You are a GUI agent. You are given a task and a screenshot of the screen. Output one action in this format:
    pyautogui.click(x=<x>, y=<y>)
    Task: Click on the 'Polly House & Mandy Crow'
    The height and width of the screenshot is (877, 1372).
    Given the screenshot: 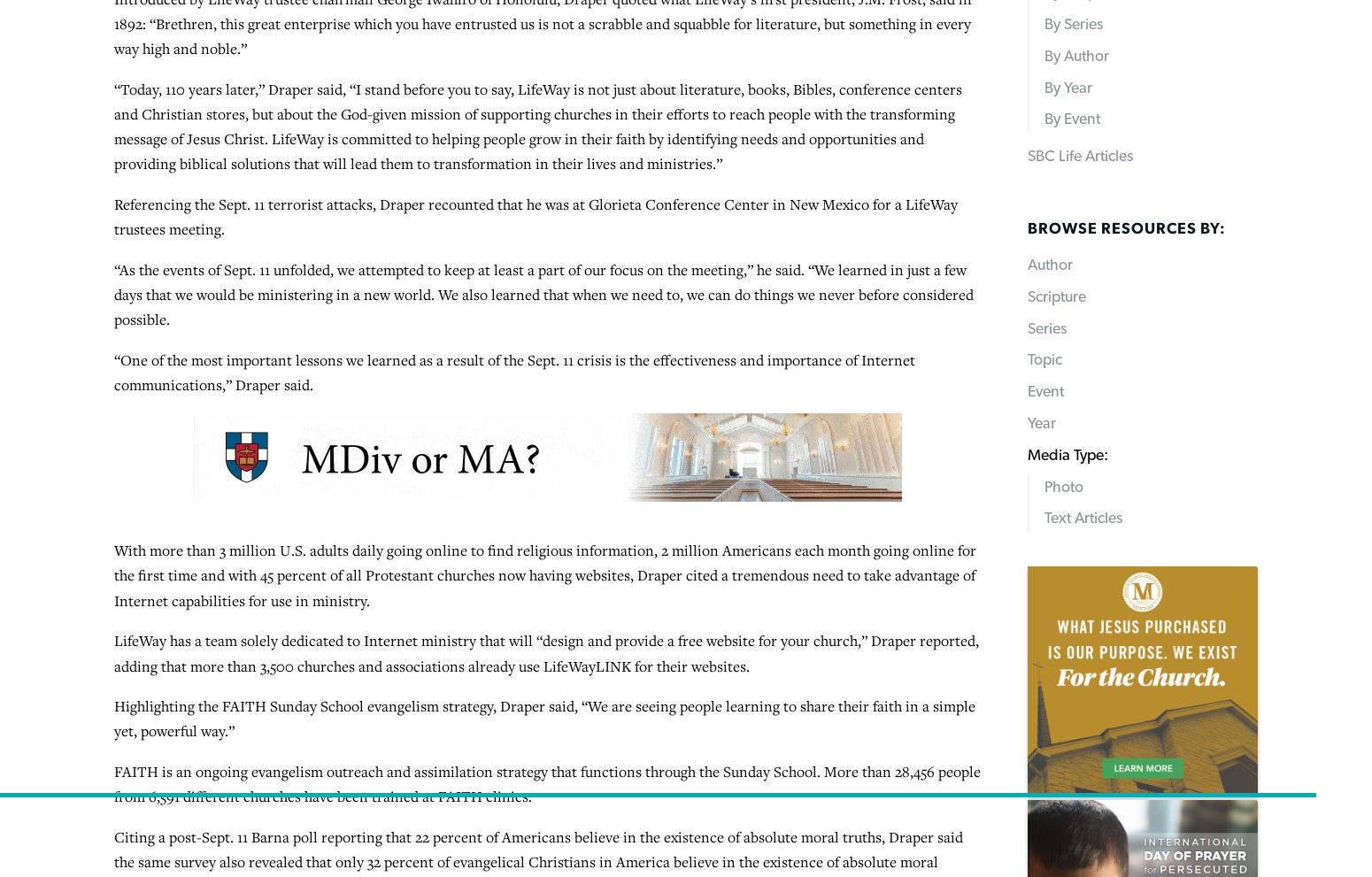 What is the action you would take?
    pyautogui.click(x=243, y=441)
    